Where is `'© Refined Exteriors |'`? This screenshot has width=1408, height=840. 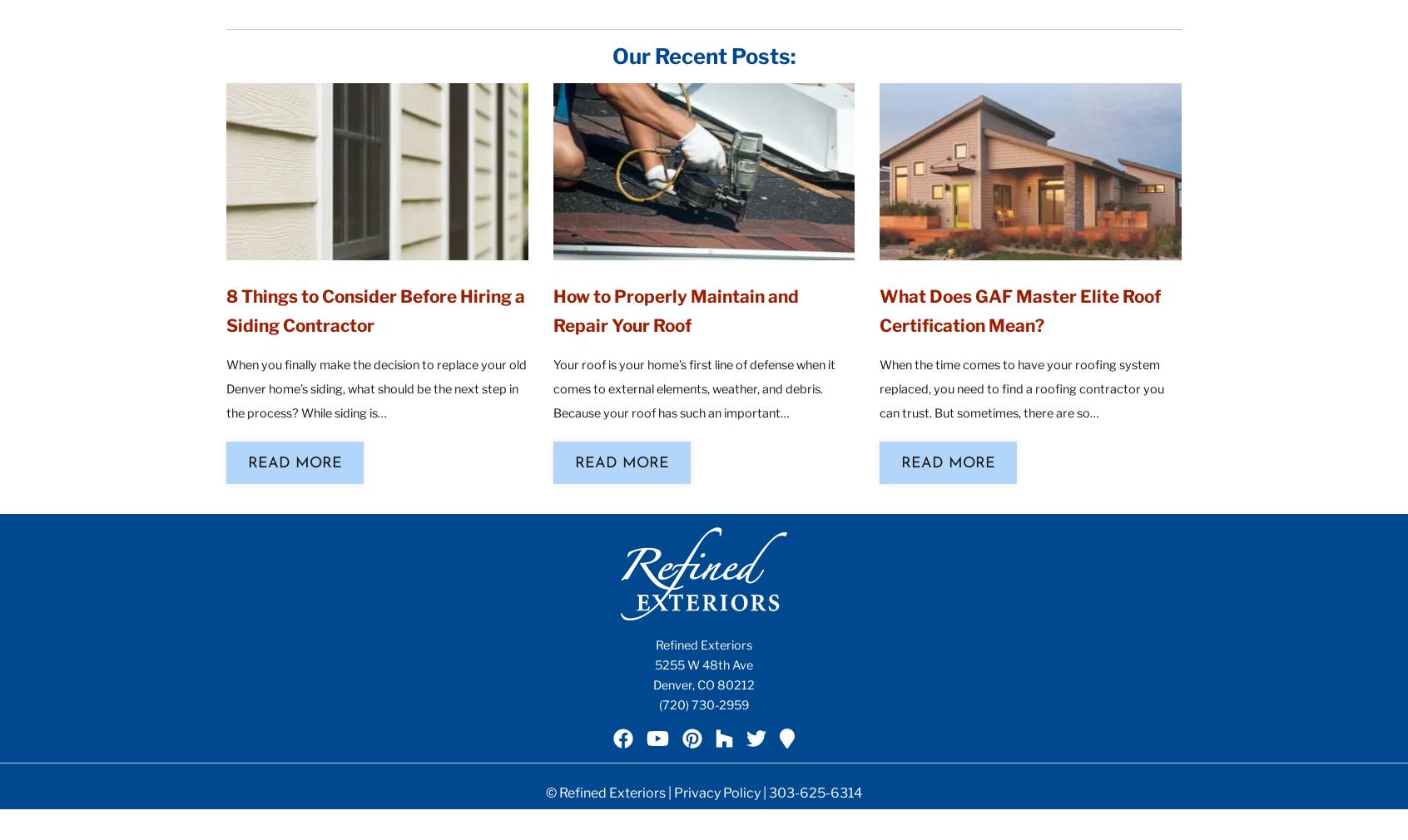 '© Refined Exteriors |' is located at coordinates (608, 792).